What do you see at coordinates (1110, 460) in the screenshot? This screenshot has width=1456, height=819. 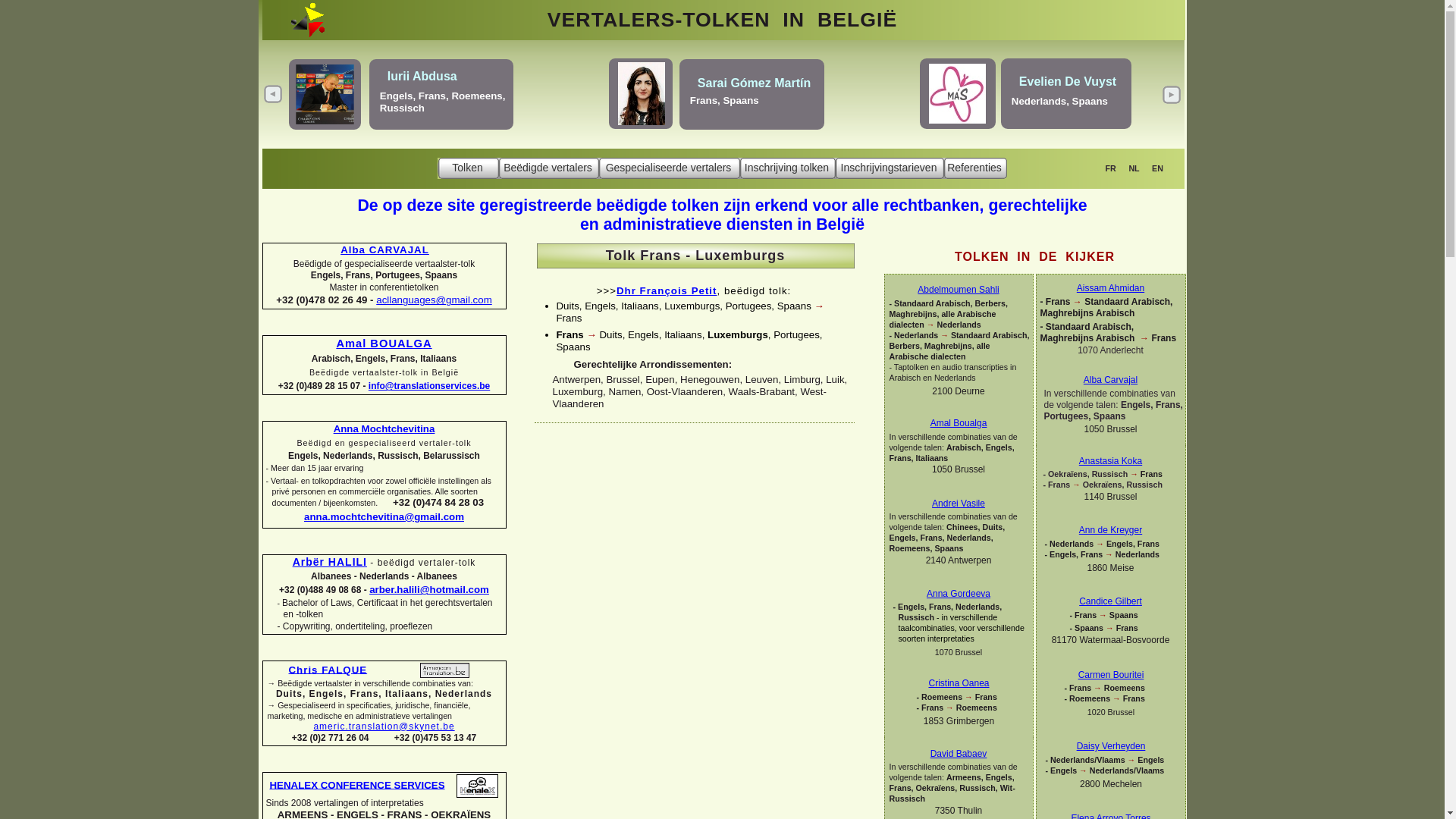 I see `'Anastasia Koka'` at bounding box center [1110, 460].